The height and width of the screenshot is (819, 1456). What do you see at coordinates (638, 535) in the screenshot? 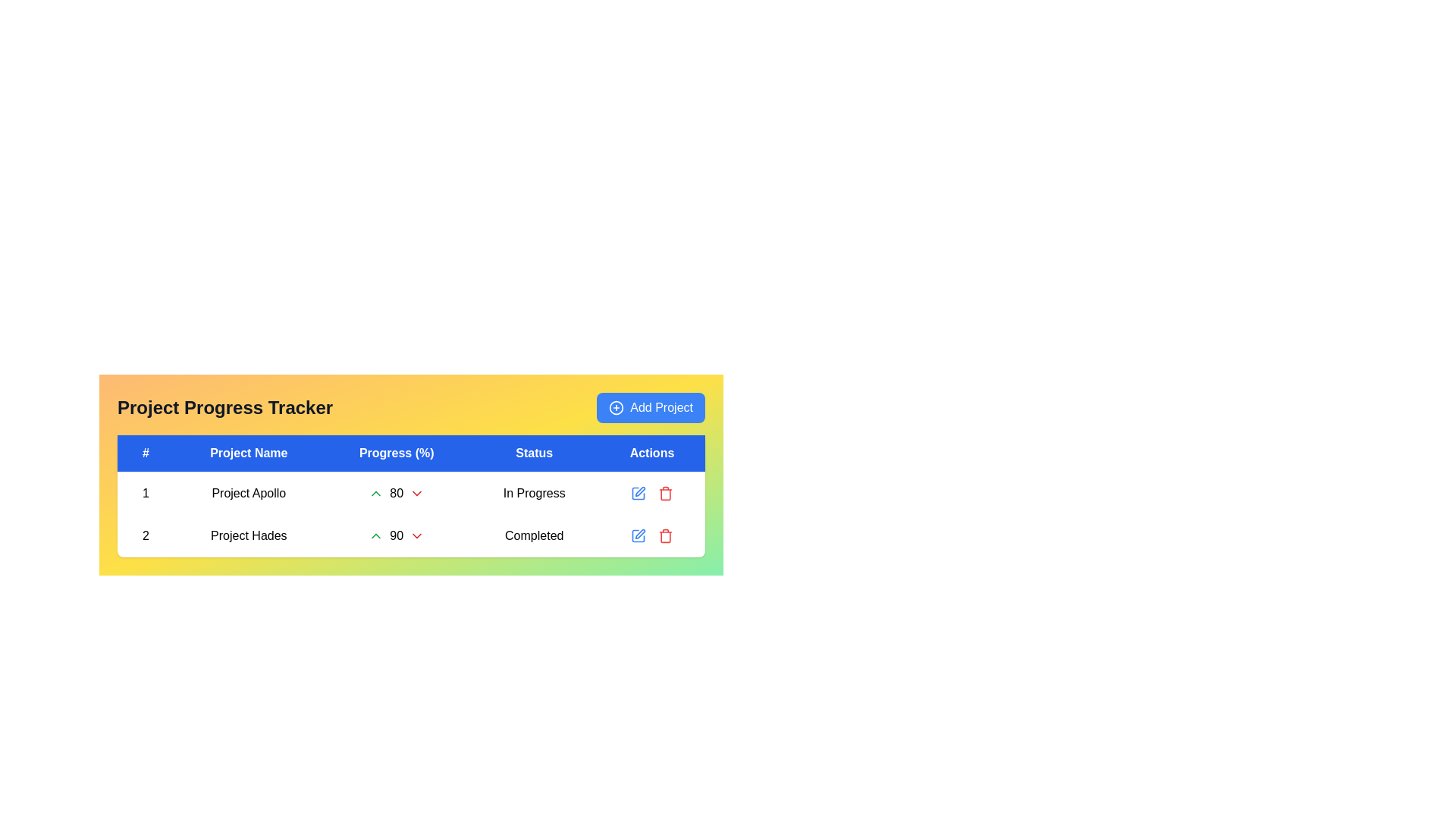
I see `the interactive SVG element in the 'Actions' column of the second row, which is positioned to the left of the red delete icon` at bounding box center [638, 535].